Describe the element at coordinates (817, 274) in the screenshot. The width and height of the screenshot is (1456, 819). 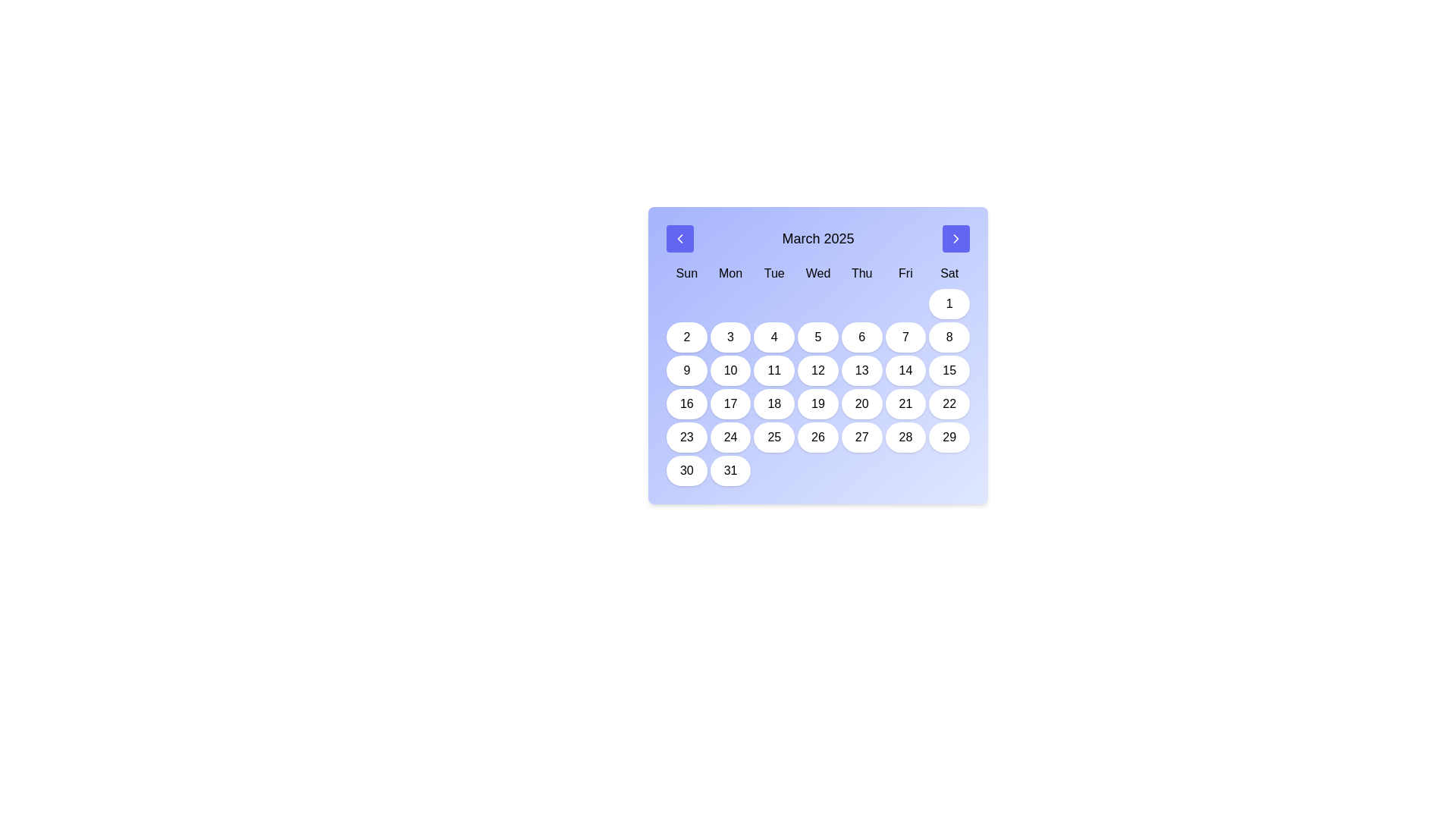
I see `the static text label displaying 'Wednesday', which is the fourth item in the calendar's grid of day labels` at that location.